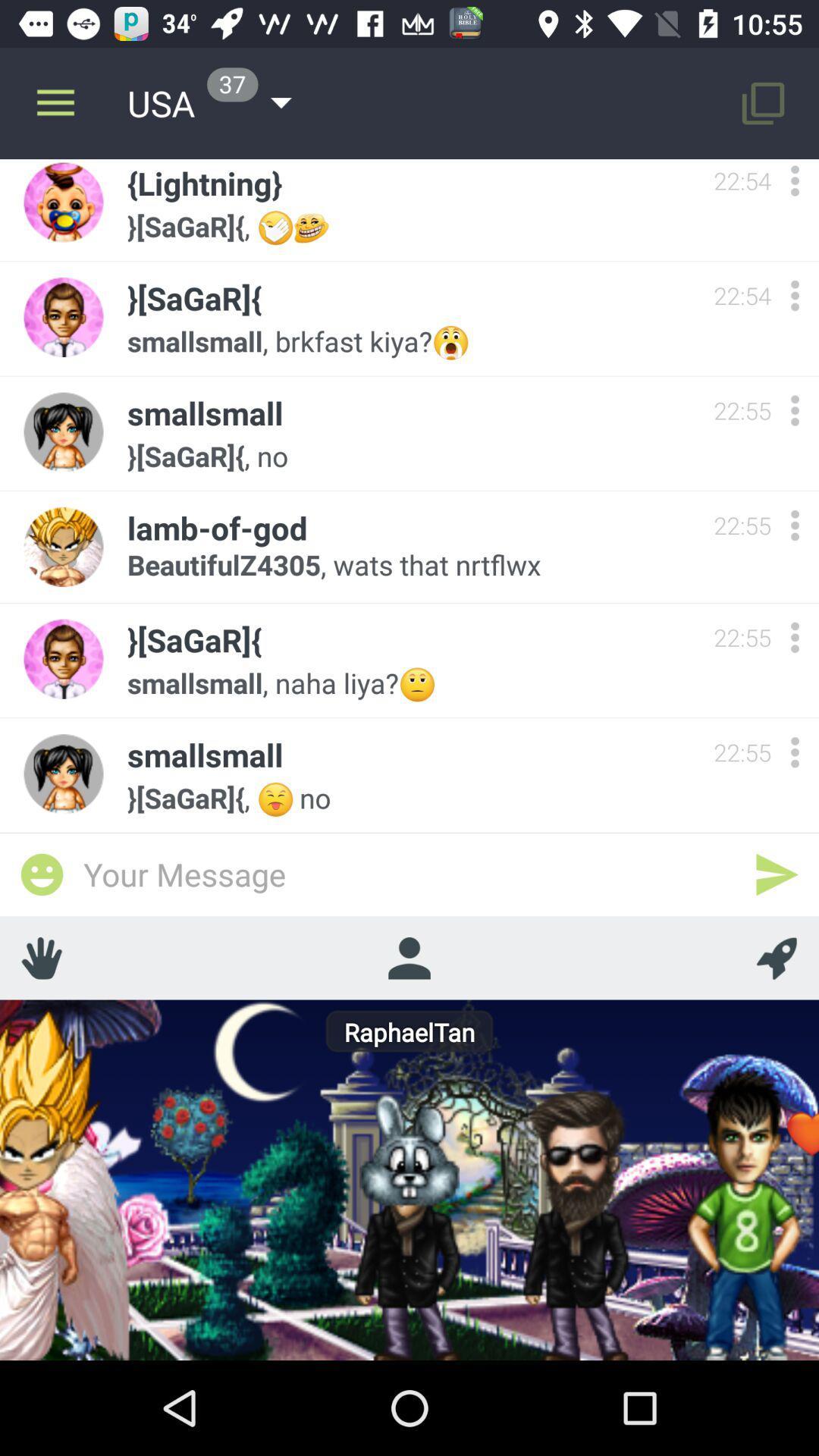 This screenshot has height=1456, width=819. Describe the element at coordinates (41, 874) in the screenshot. I see `message icon` at that location.